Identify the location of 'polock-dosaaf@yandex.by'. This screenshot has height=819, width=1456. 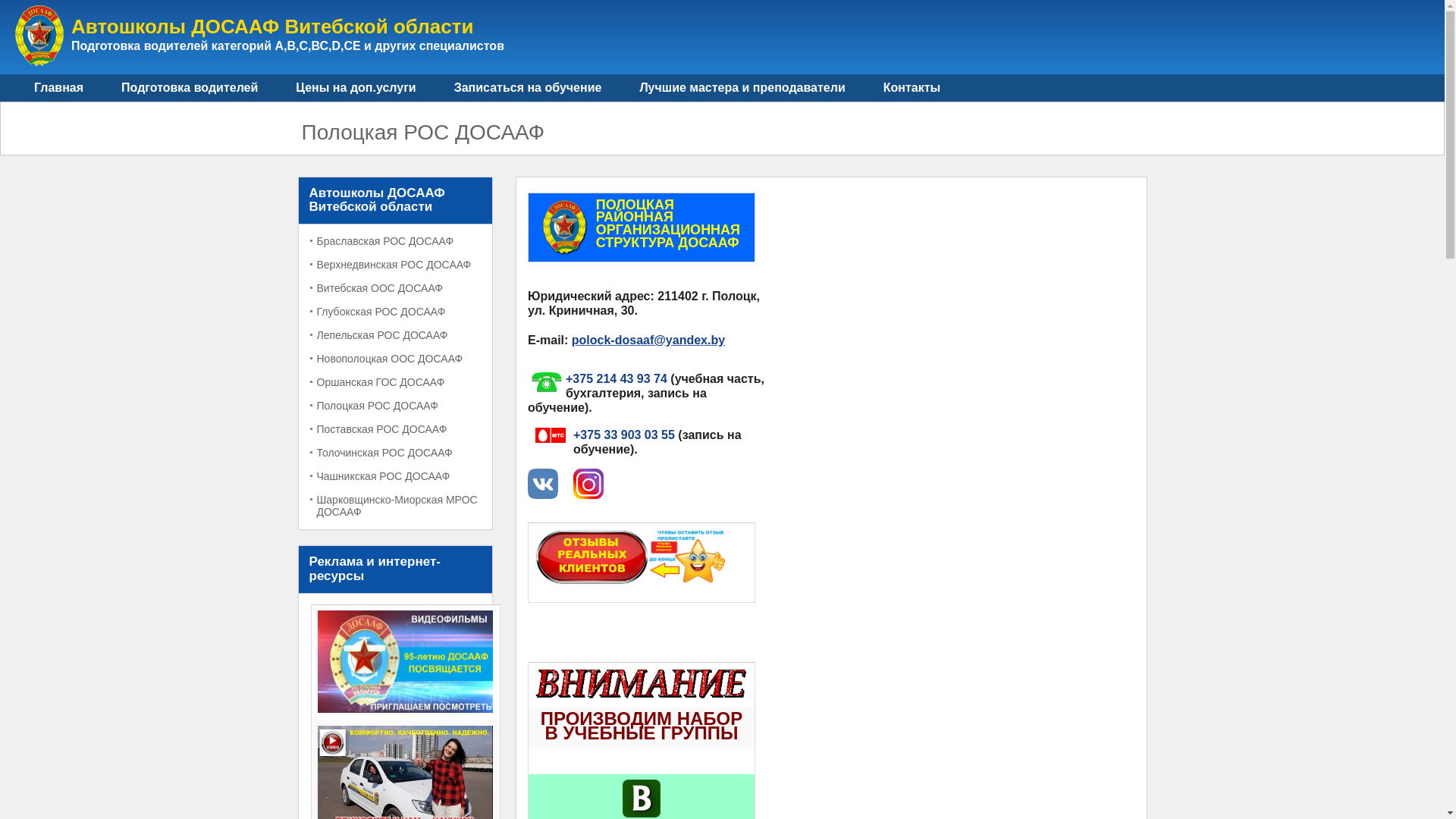
(570, 339).